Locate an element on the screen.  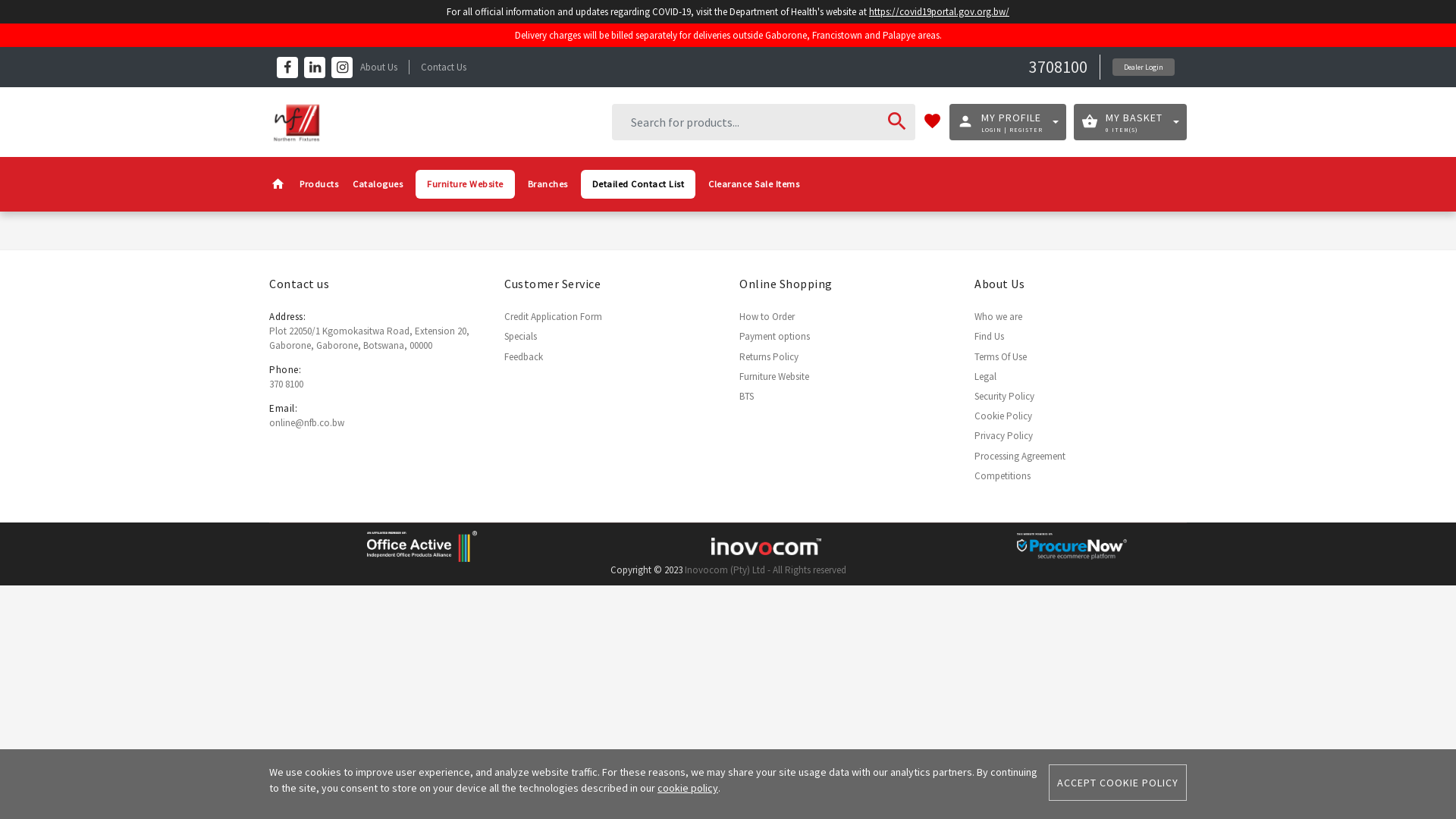
'Processing Agreement' is located at coordinates (1019, 454).